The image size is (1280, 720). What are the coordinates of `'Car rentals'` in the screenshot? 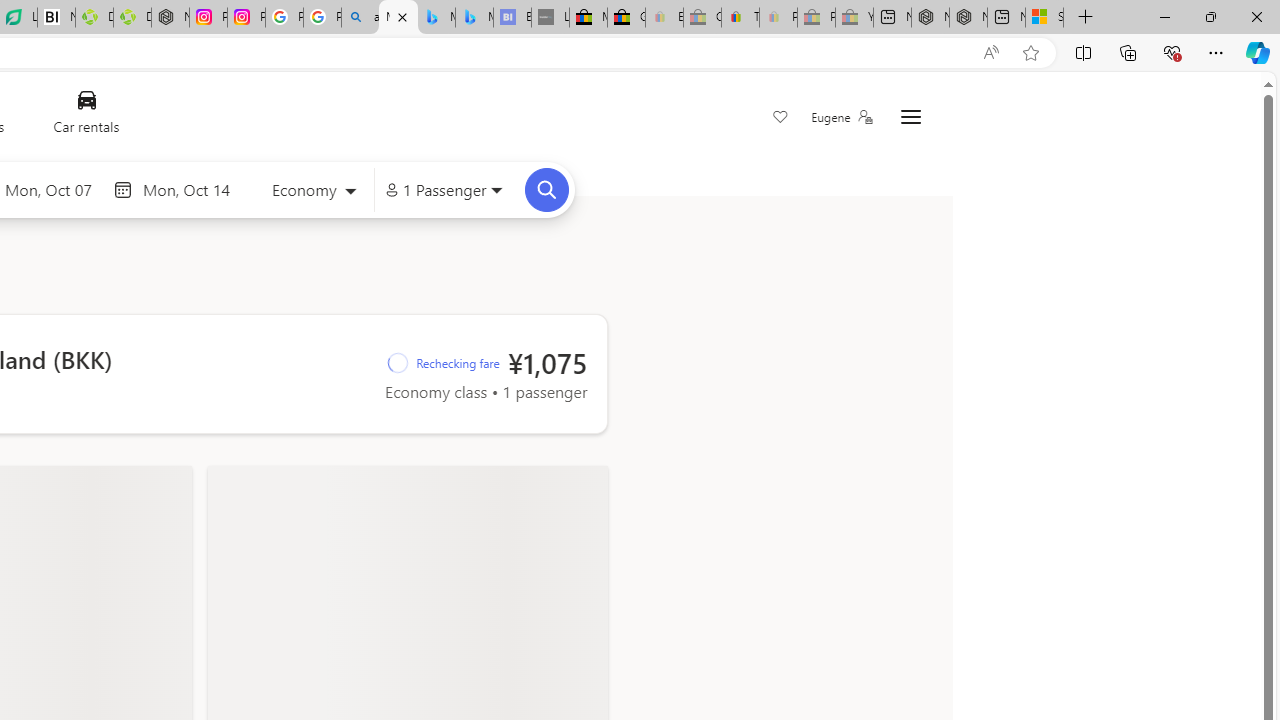 It's located at (85, 117).